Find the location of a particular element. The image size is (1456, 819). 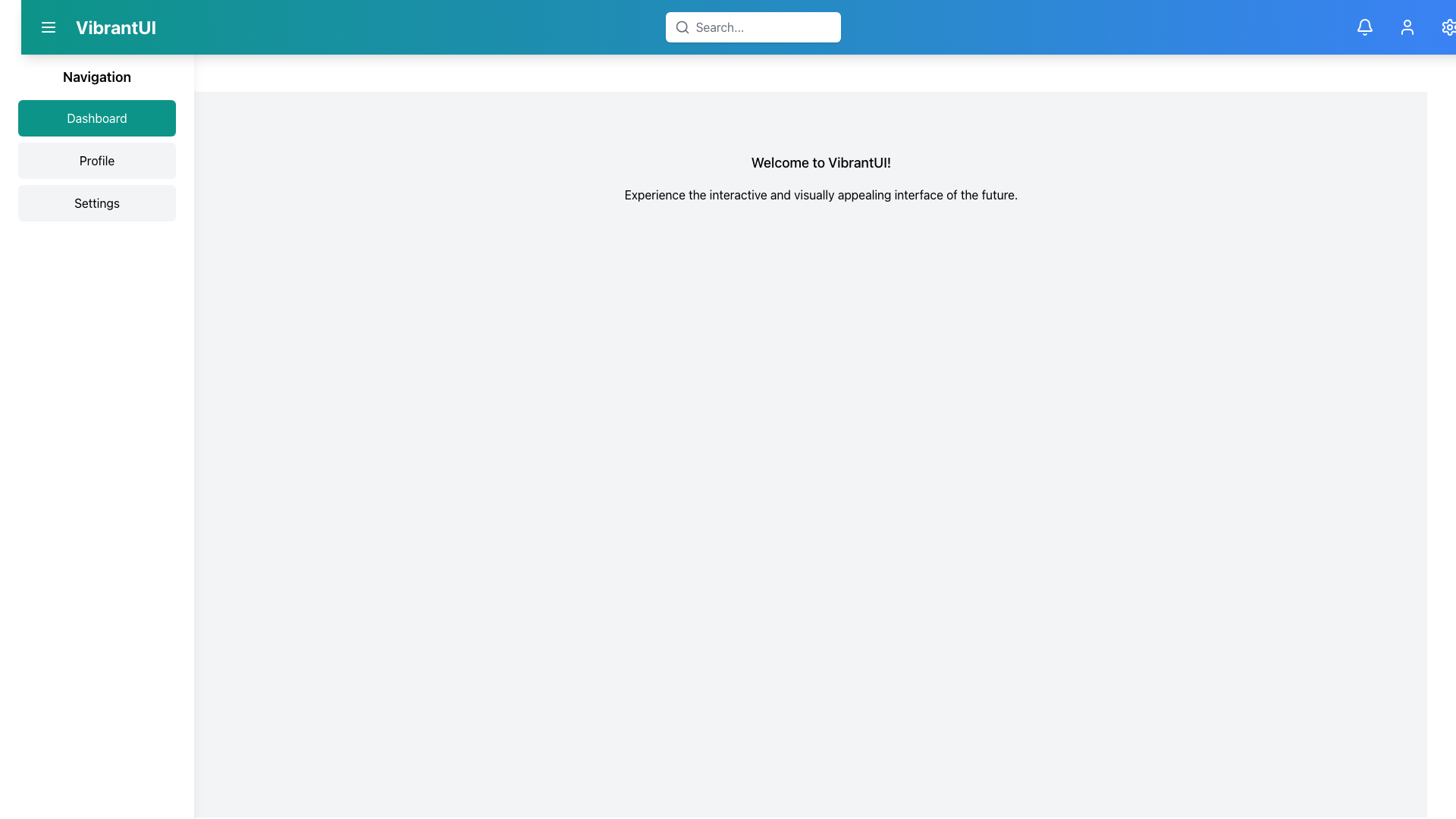

the user profile menu icon located in the top-right corner of the interface is located at coordinates (1407, 27).